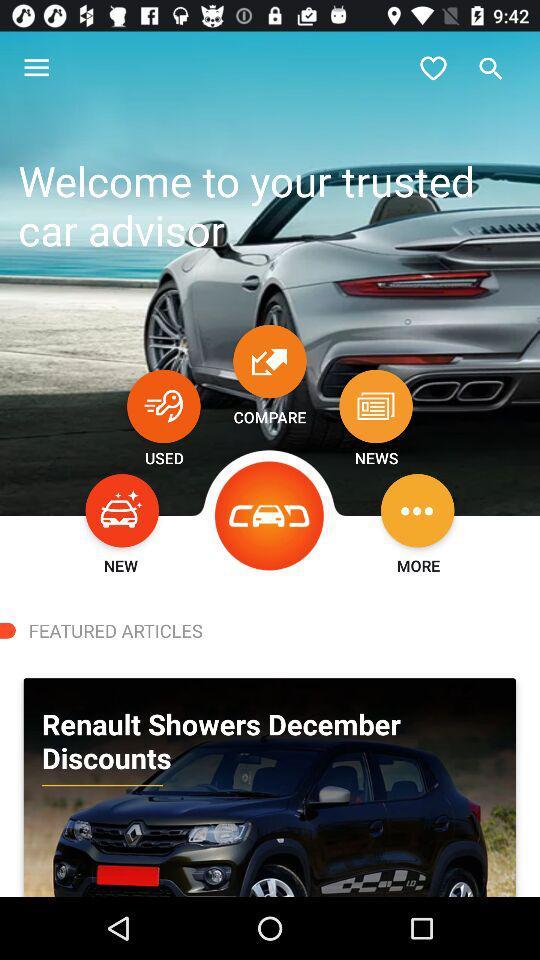 Image resolution: width=540 pixels, height=960 pixels. What do you see at coordinates (122, 509) in the screenshot?
I see `search new cars` at bounding box center [122, 509].